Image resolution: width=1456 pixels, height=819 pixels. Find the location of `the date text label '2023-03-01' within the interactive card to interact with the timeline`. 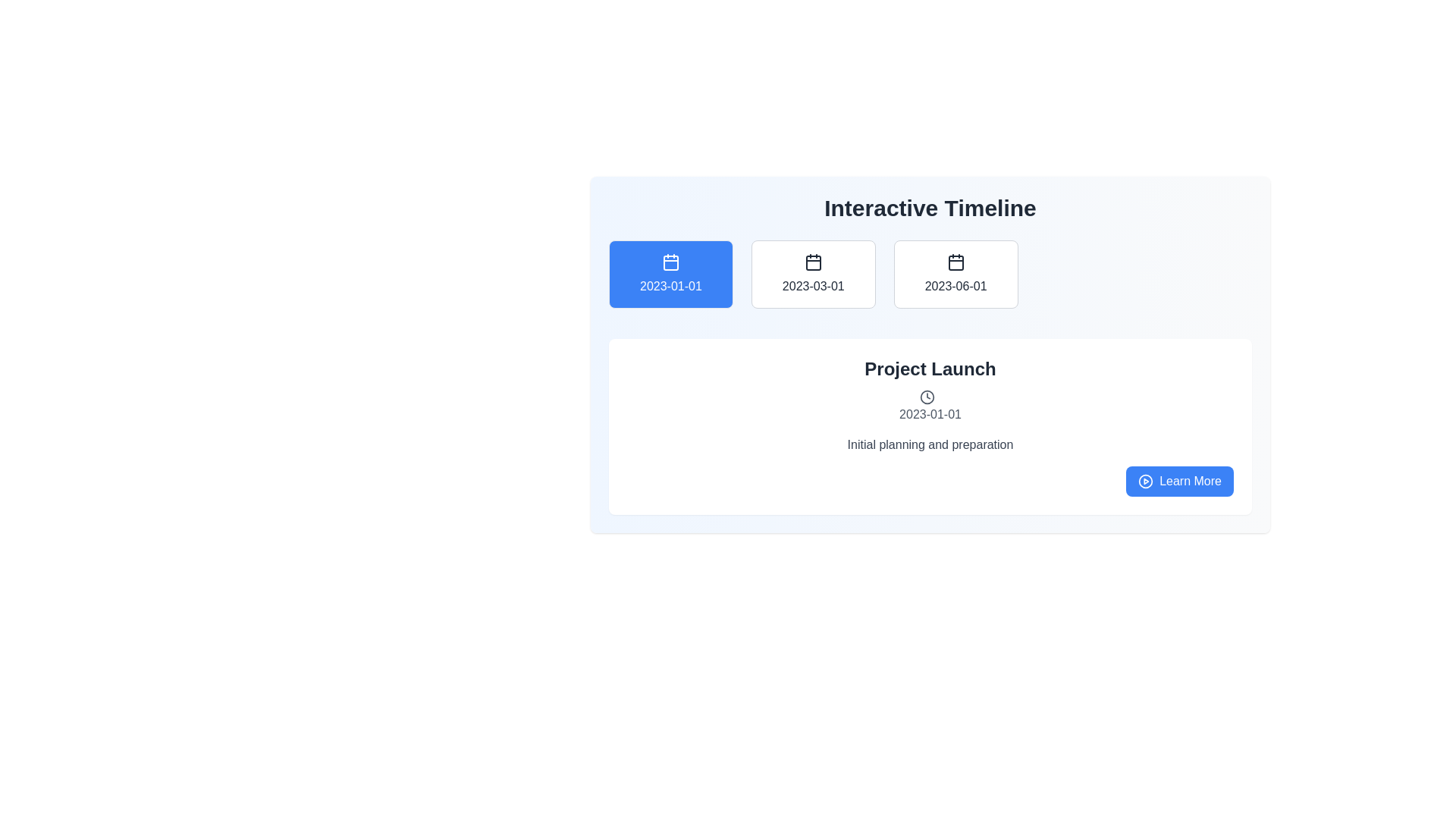

the date text label '2023-03-01' within the interactive card to interact with the timeline is located at coordinates (812, 287).